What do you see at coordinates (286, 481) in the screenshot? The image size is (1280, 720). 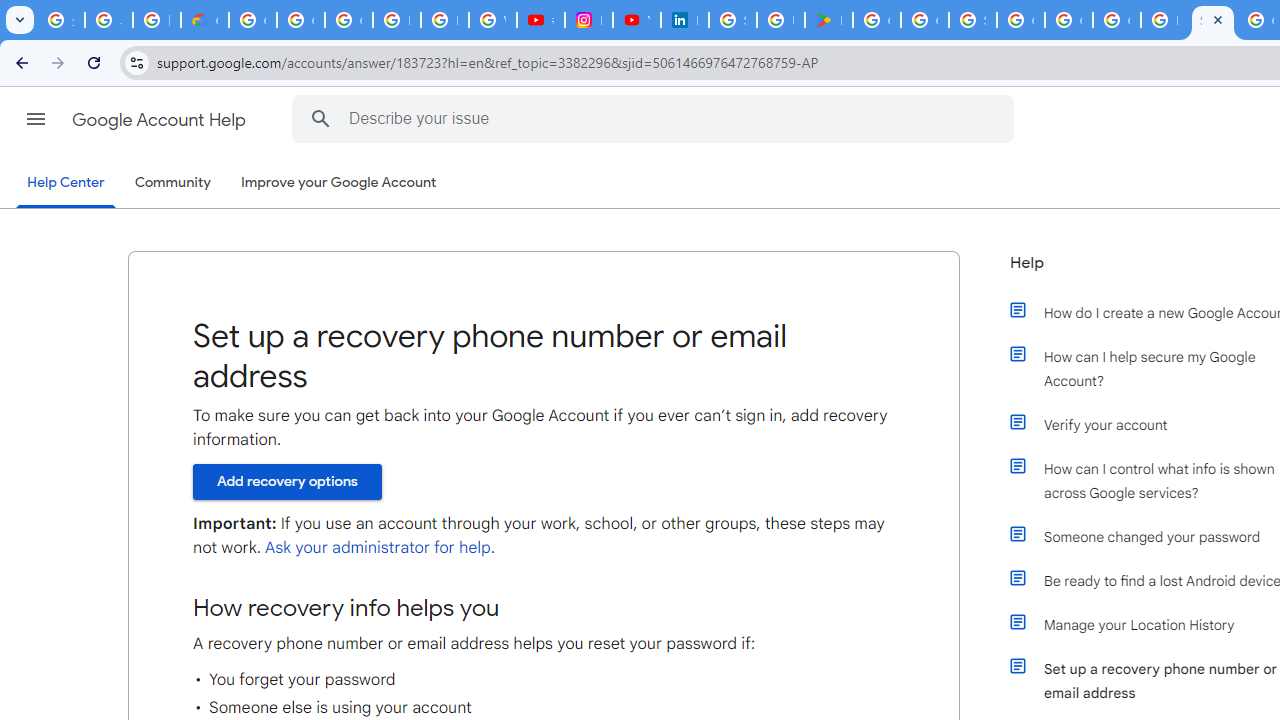 I see `'Add recovery options'` at bounding box center [286, 481].